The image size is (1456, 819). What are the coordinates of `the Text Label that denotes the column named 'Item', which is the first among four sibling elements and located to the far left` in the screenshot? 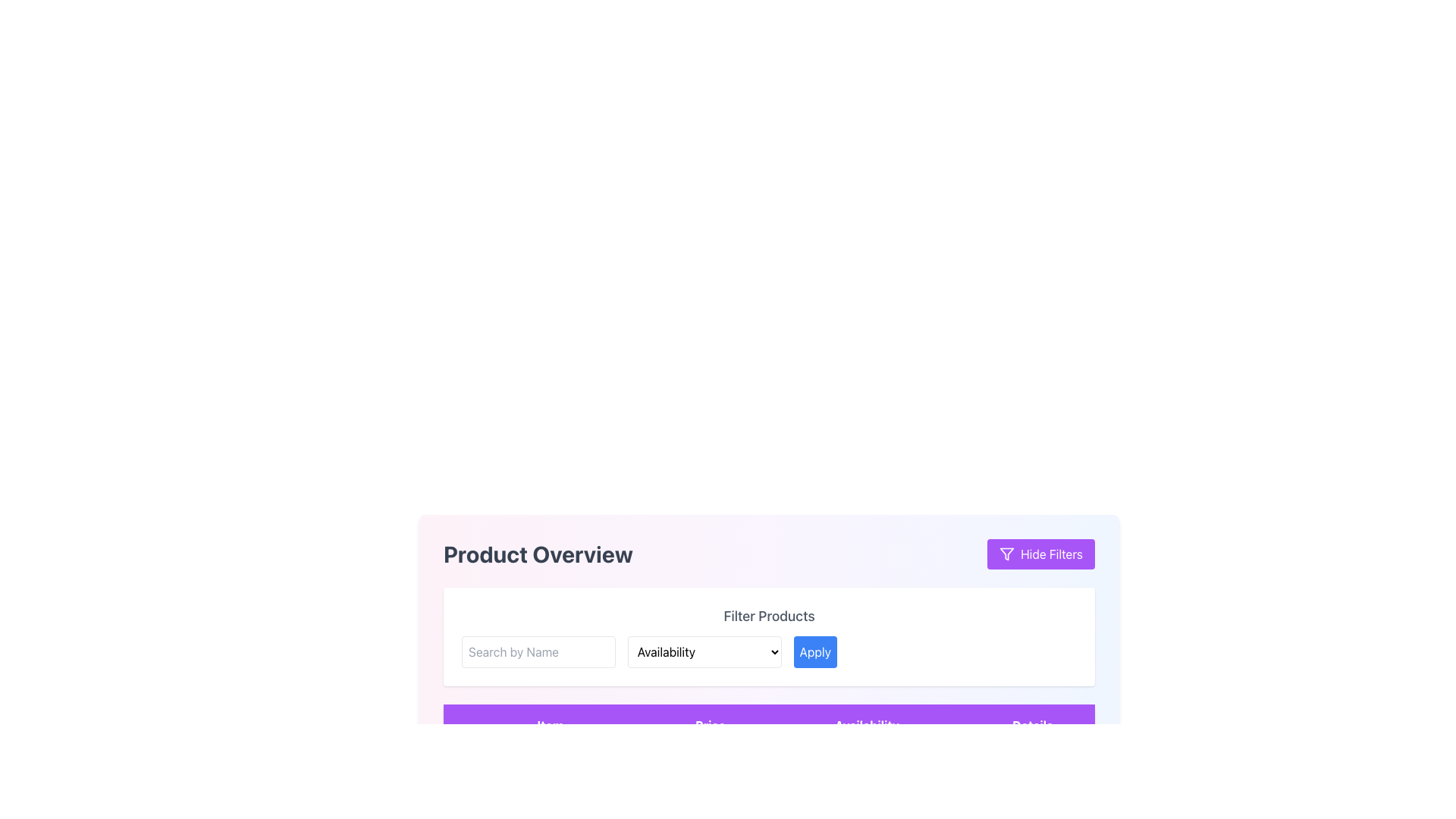 It's located at (549, 724).